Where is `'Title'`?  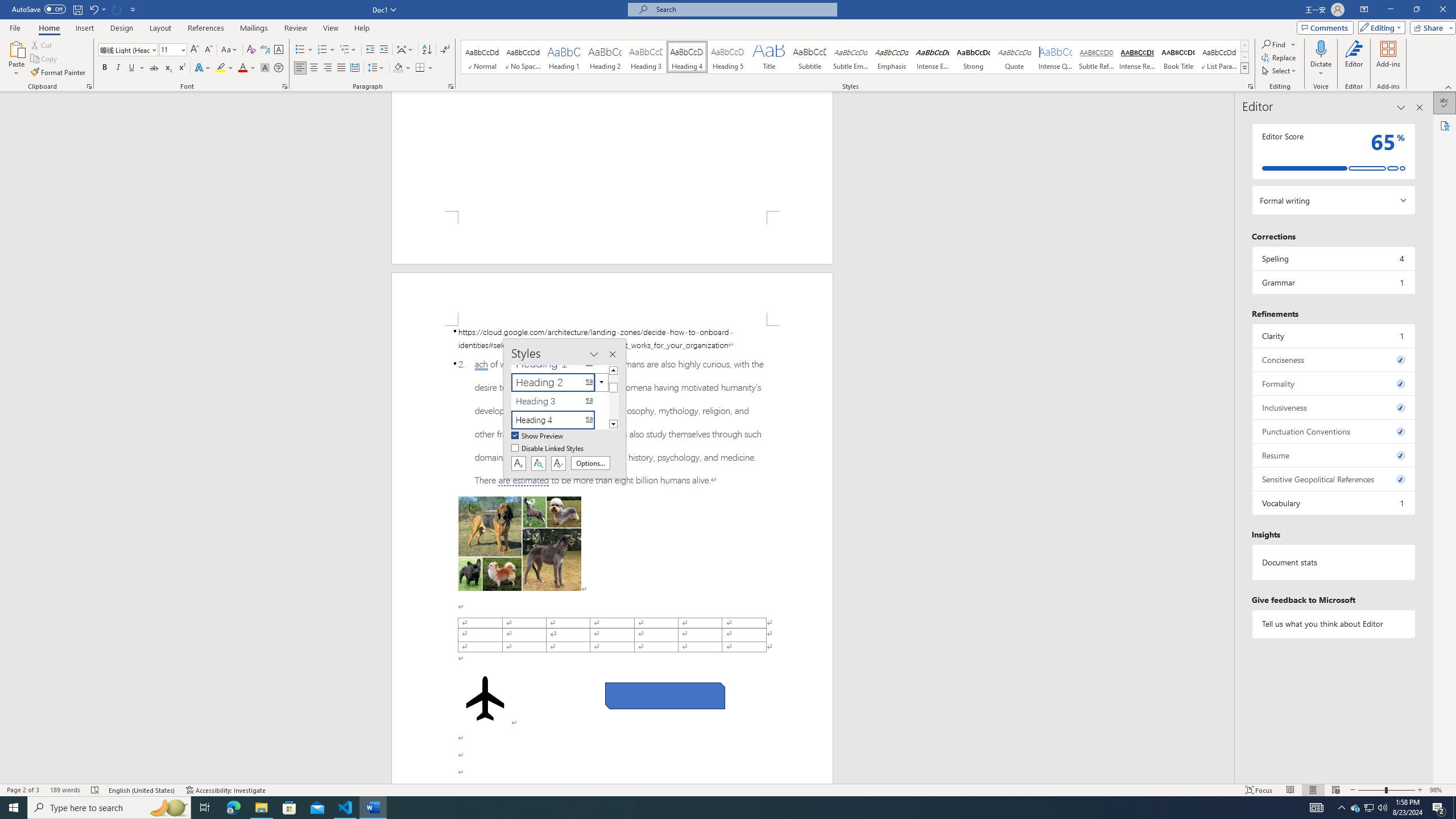
'Title' is located at coordinates (768, 56).